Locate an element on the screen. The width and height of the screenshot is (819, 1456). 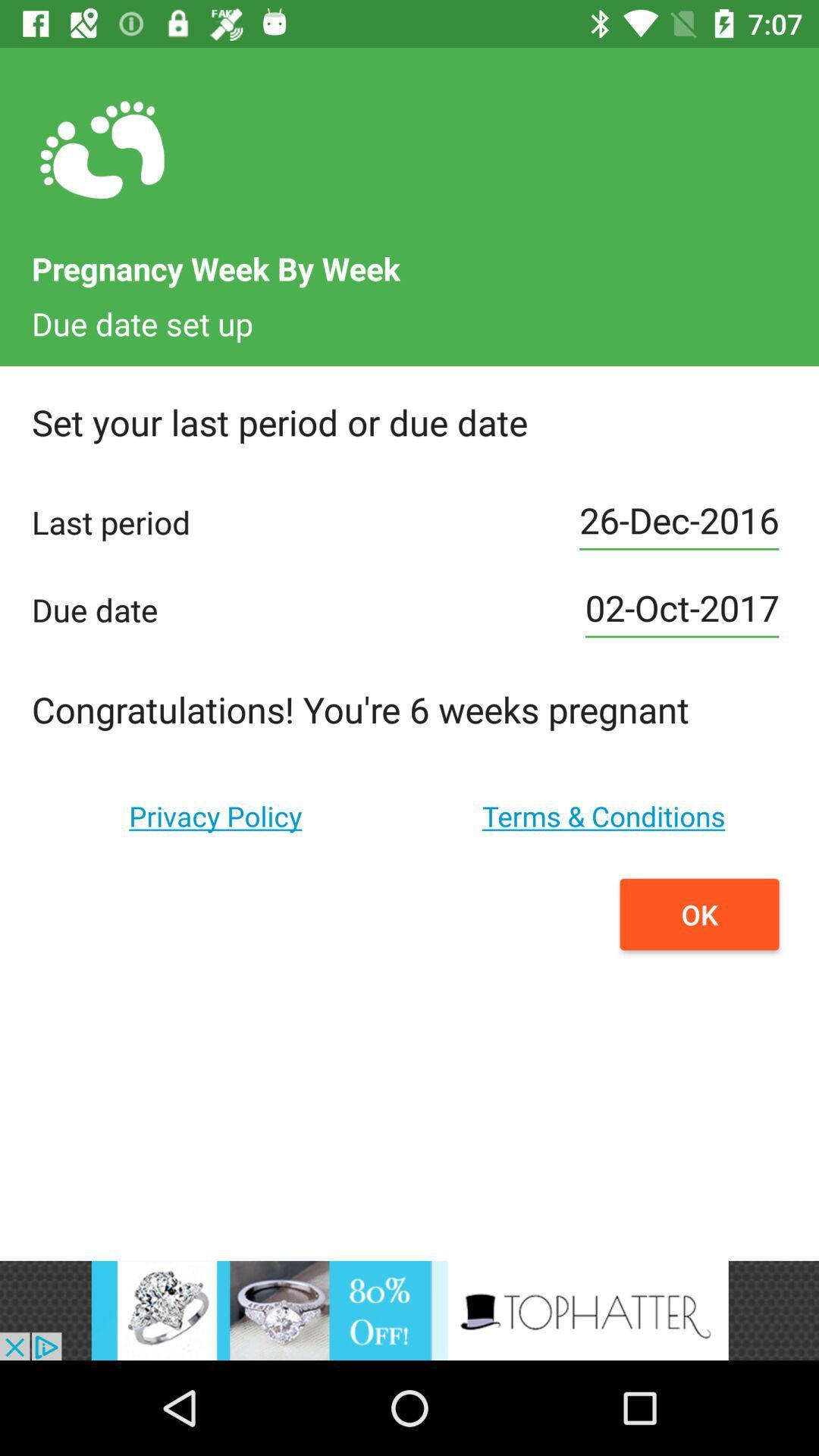
advertisement link is located at coordinates (409, 1310).